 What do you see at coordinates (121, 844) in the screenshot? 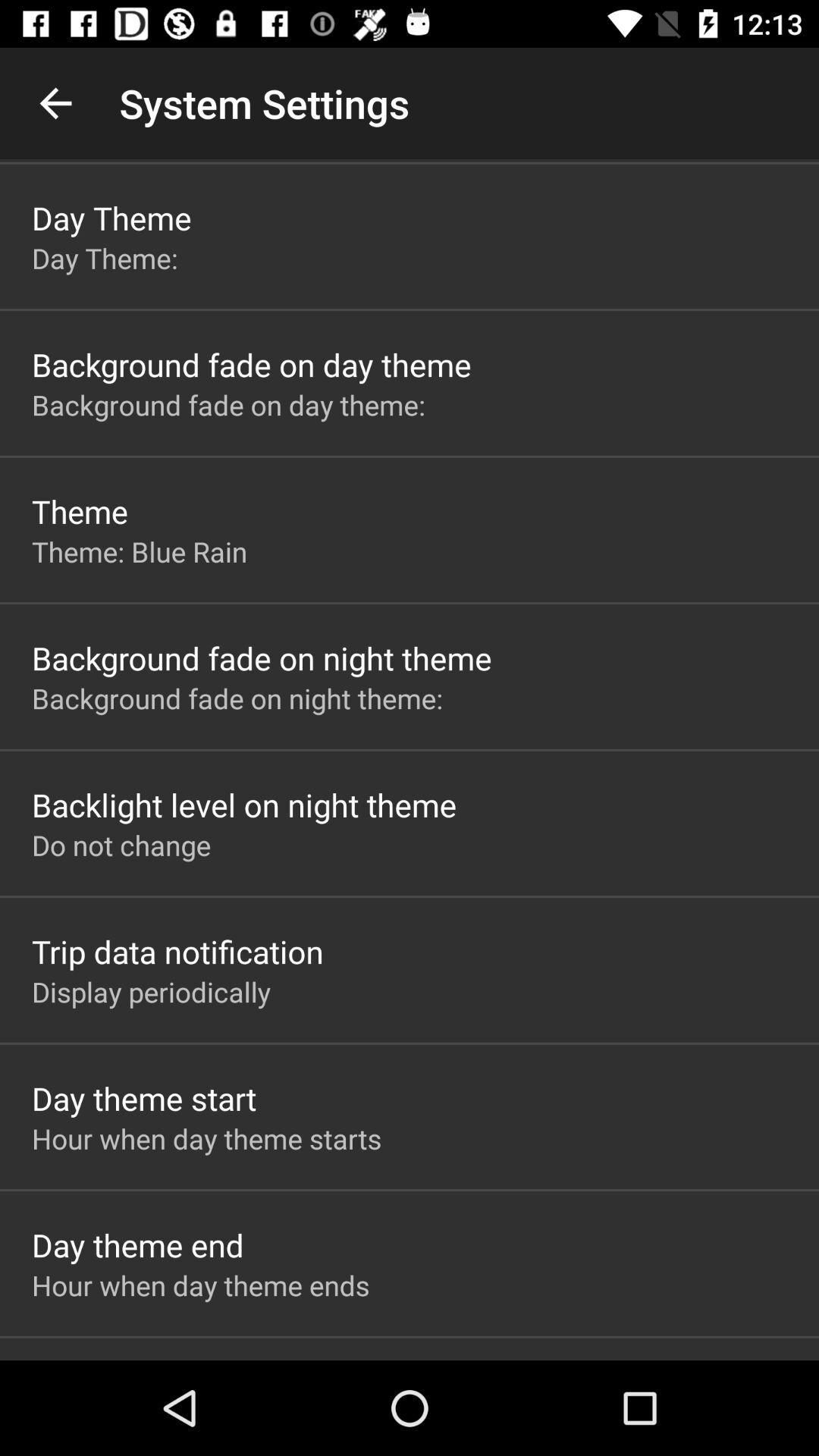
I see `the app above the trip data notification` at bounding box center [121, 844].